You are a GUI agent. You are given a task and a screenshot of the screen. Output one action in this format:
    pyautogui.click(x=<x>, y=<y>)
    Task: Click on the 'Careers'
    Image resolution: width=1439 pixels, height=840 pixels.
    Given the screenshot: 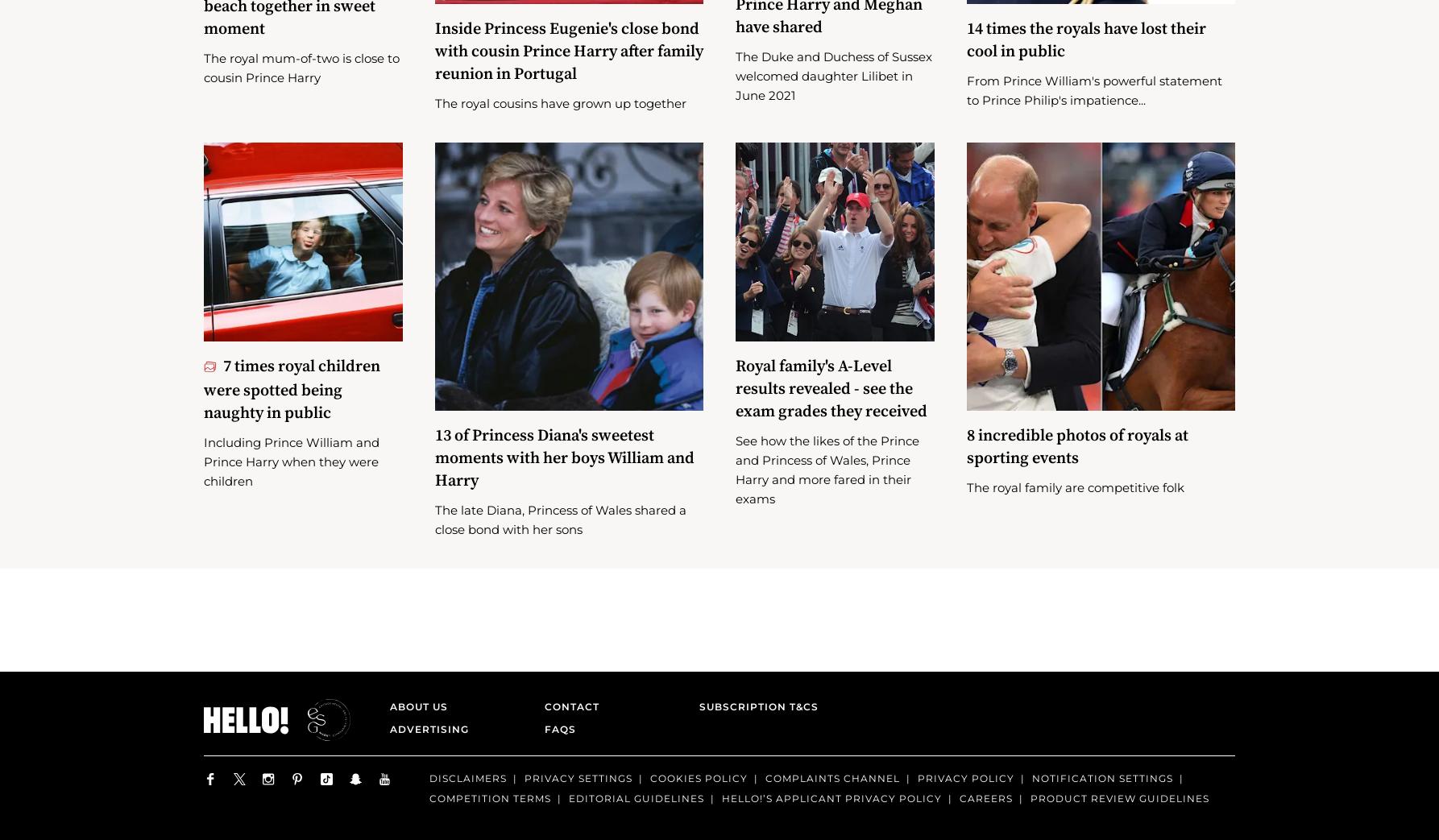 What is the action you would take?
    pyautogui.click(x=985, y=822)
    